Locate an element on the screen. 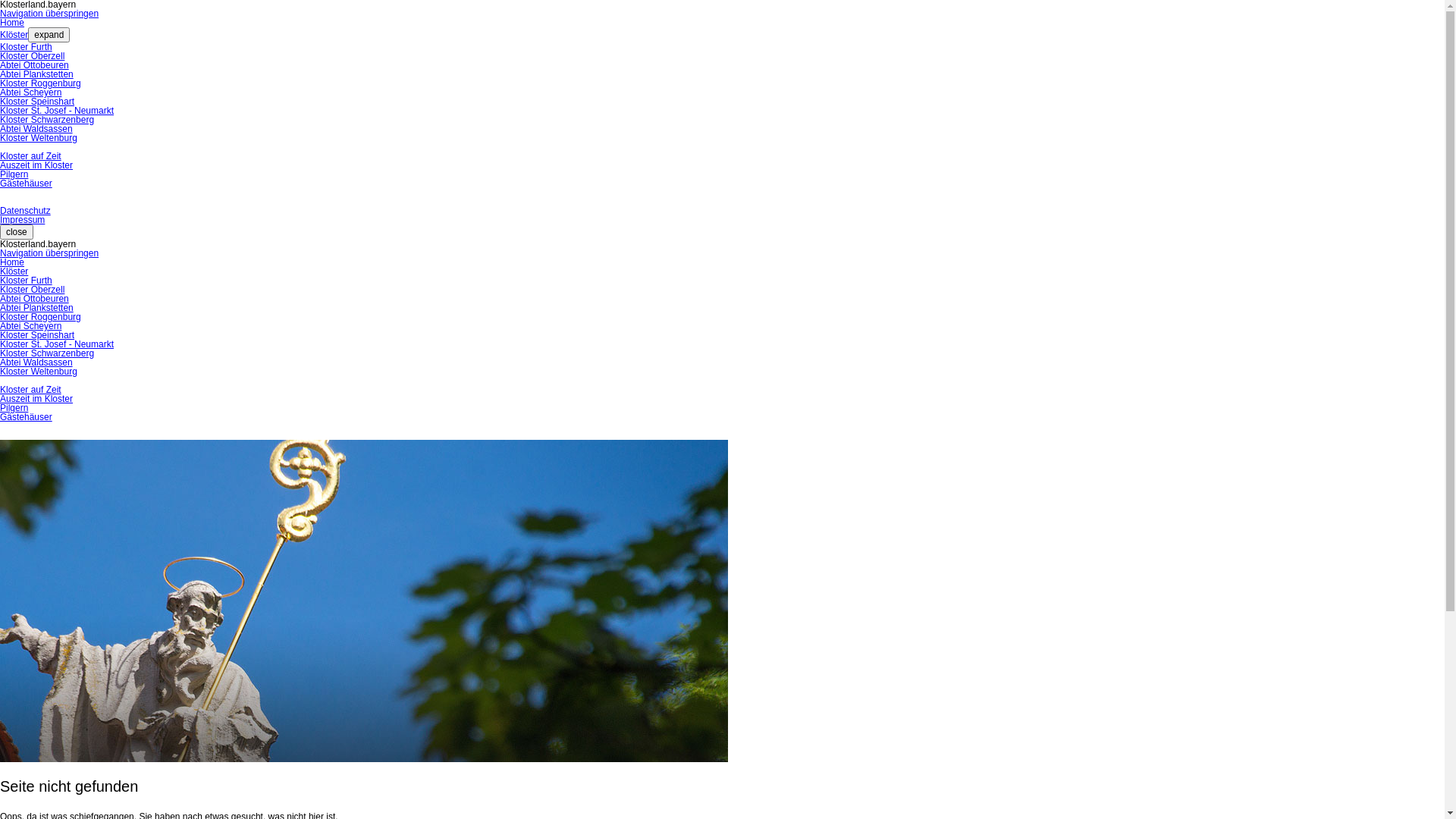  'Kloster auf Zeit' is located at coordinates (30, 155).